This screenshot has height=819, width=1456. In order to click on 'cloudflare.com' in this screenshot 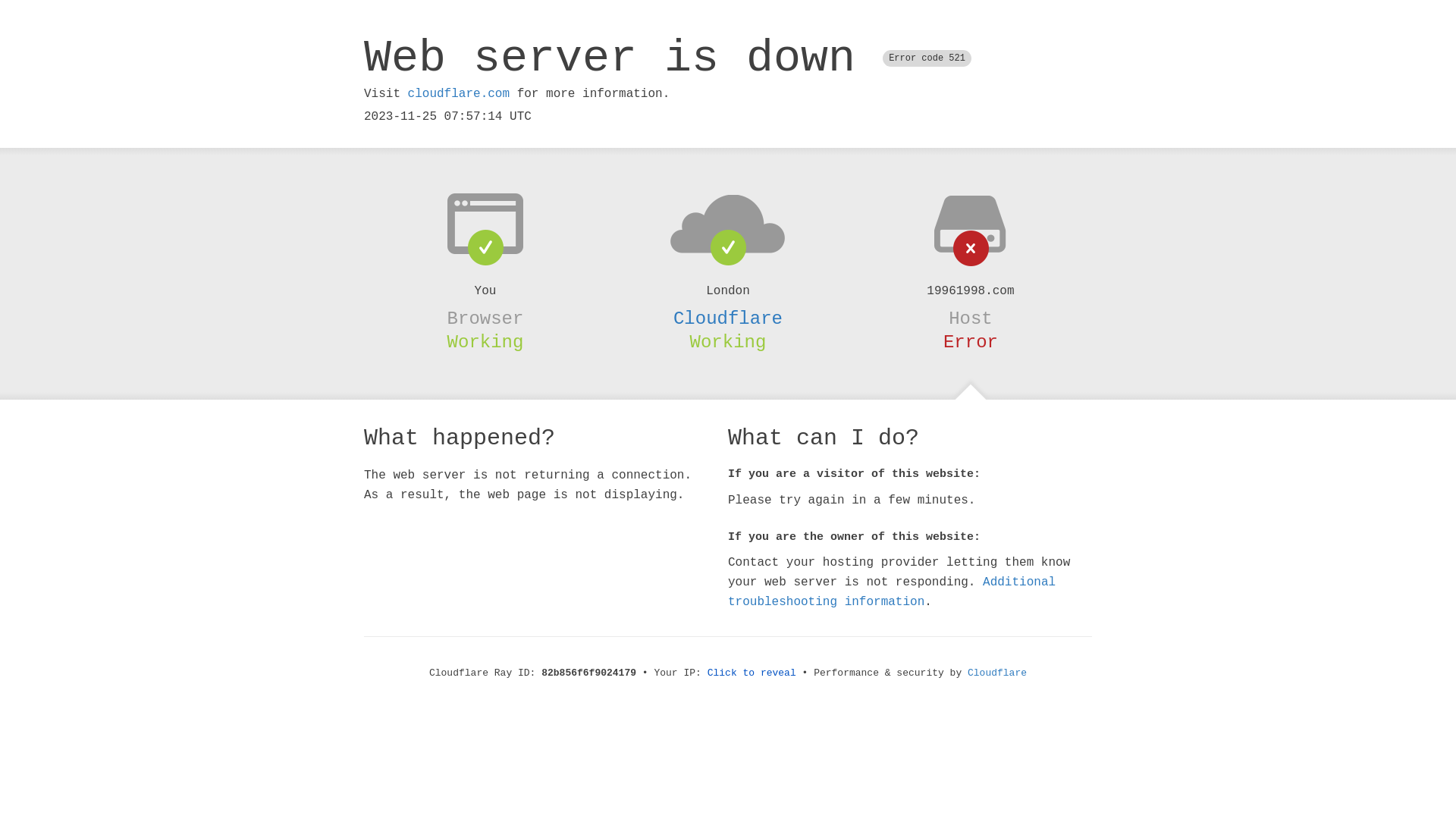, I will do `click(457, 93)`.